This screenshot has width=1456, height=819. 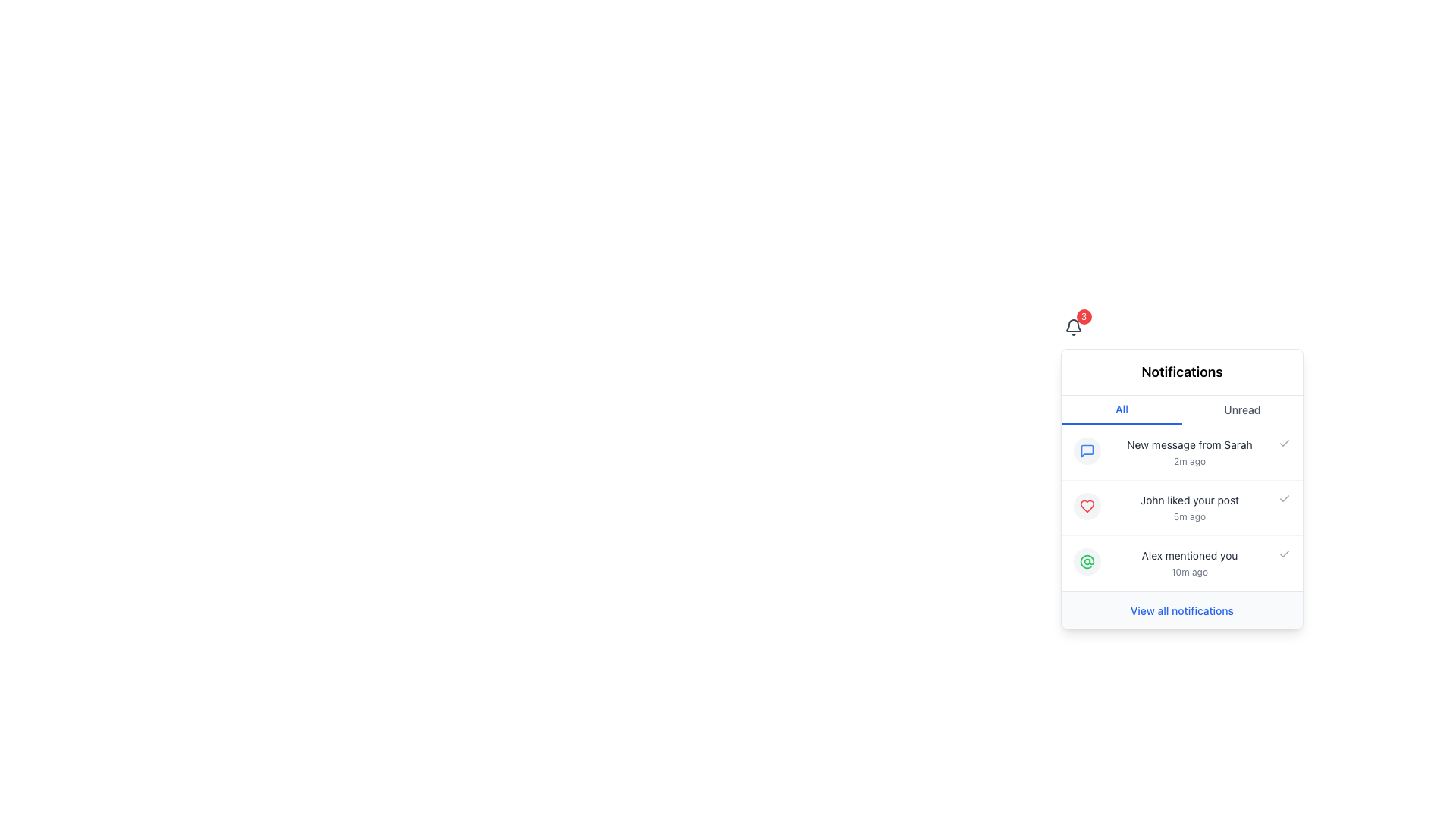 What do you see at coordinates (1284, 499) in the screenshot?
I see `the button that marks the notification about 'John liked your post' as read` at bounding box center [1284, 499].